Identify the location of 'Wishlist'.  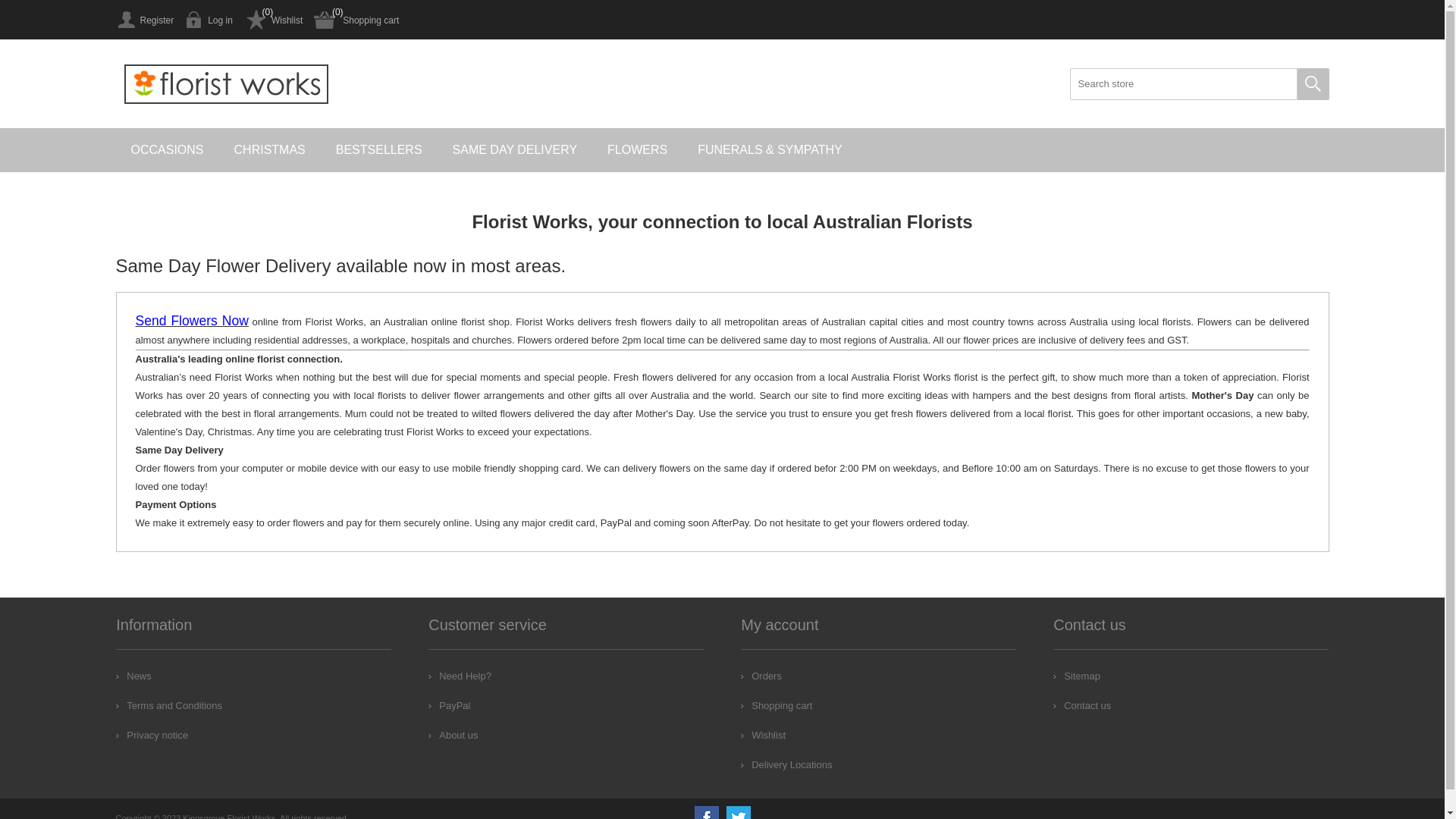
(273, 20).